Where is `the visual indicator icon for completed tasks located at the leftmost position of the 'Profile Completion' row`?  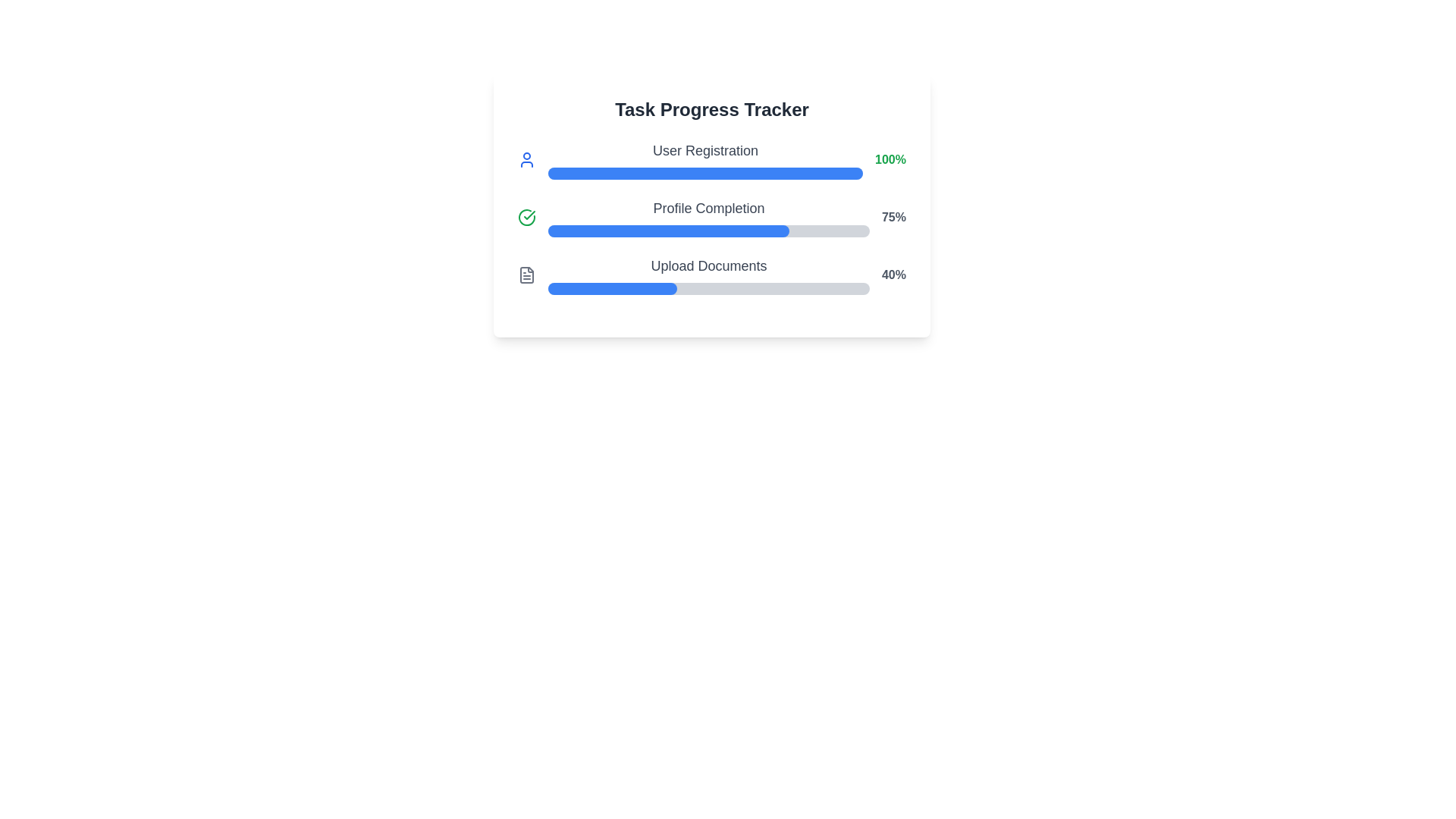
the visual indicator icon for completed tasks located at the leftmost position of the 'Profile Completion' row is located at coordinates (527, 217).